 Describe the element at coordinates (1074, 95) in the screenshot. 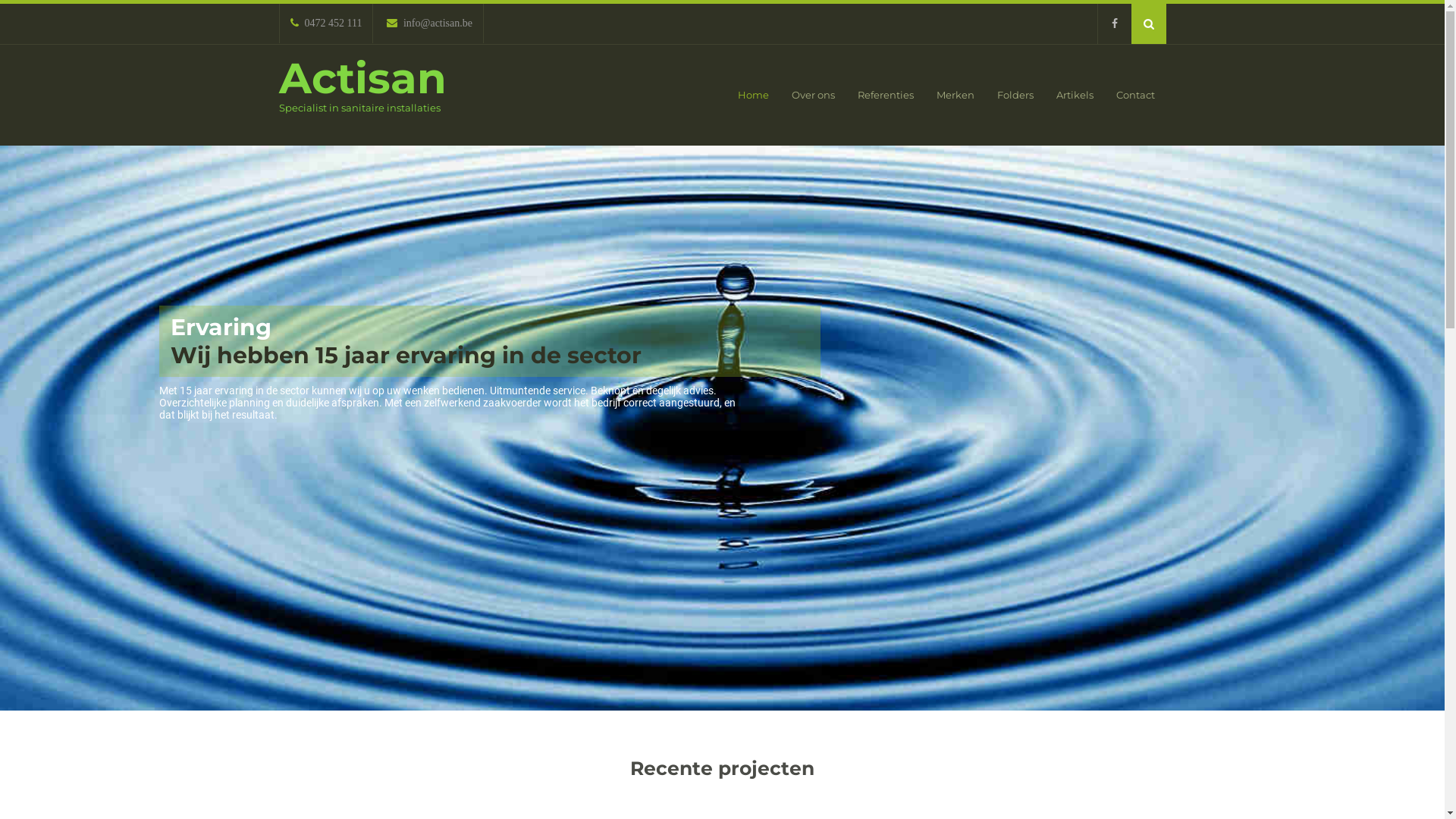

I see `'Artikels'` at that location.